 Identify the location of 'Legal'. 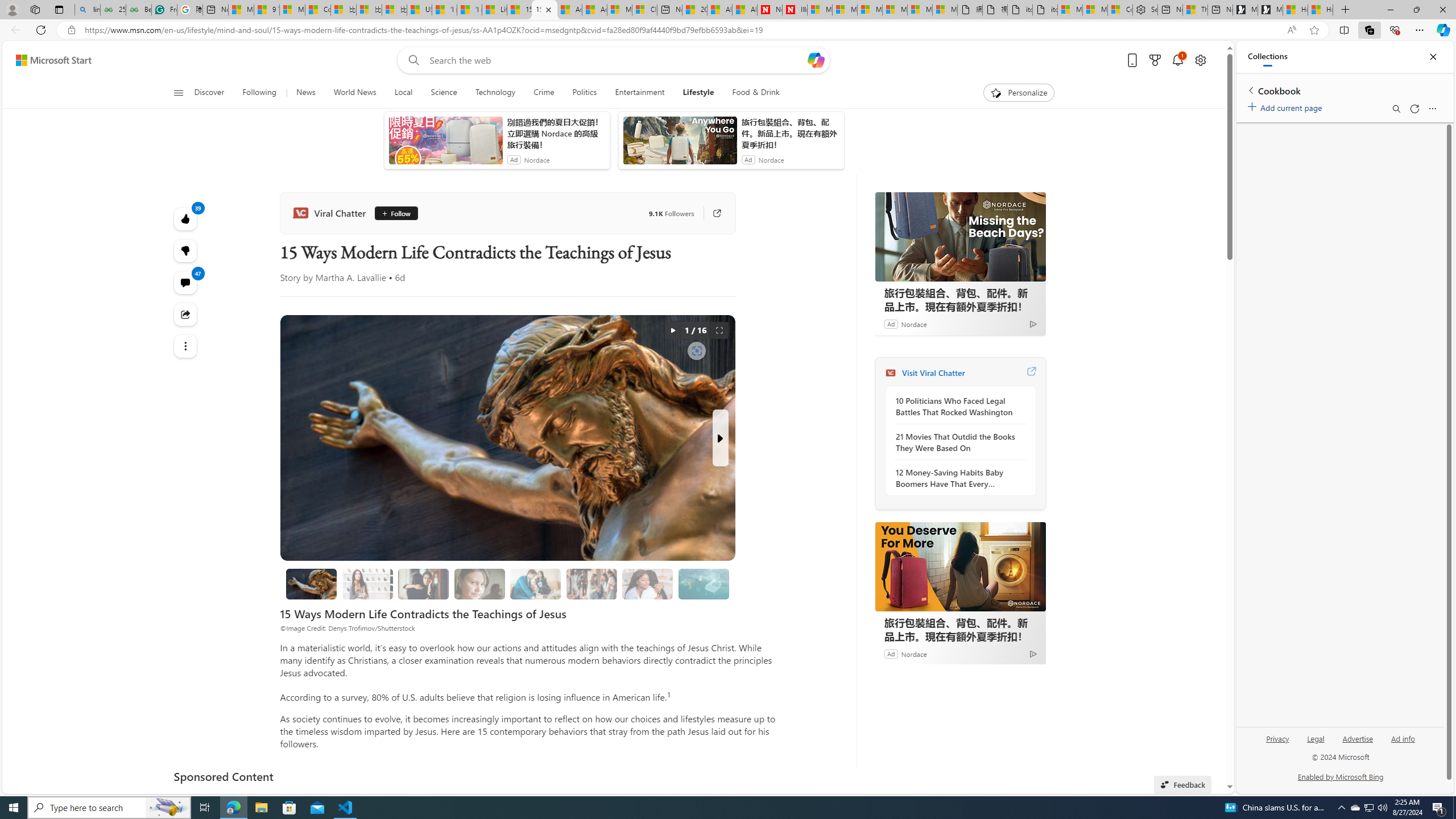
(1316, 738).